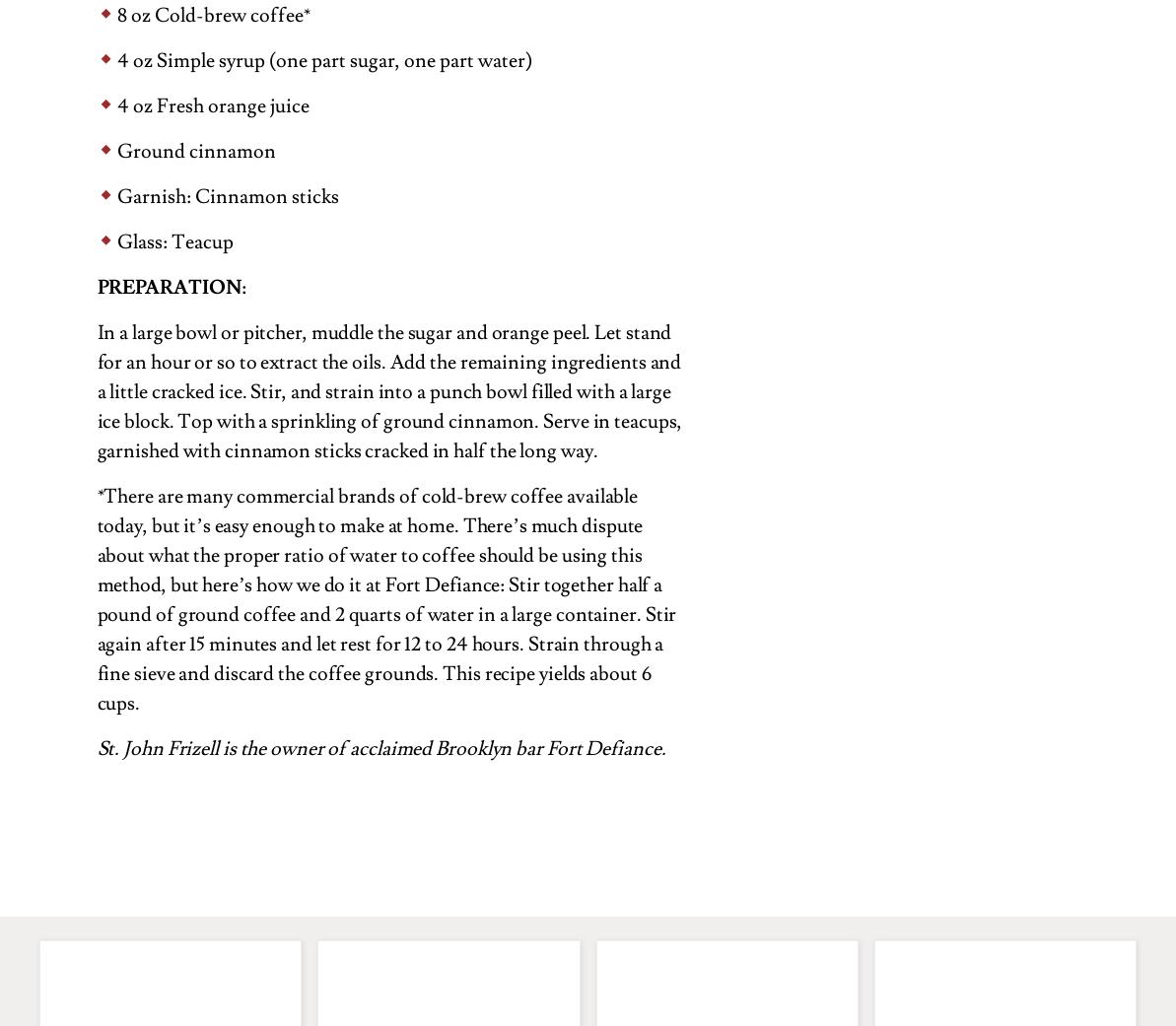 This screenshot has height=1026, width=1176. Describe the element at coordinates (380, 747) in the screenshot. I see `'St. John Frizell is the owner of acclaimed Brooklyn bar Fort Defiance.'` at that location.